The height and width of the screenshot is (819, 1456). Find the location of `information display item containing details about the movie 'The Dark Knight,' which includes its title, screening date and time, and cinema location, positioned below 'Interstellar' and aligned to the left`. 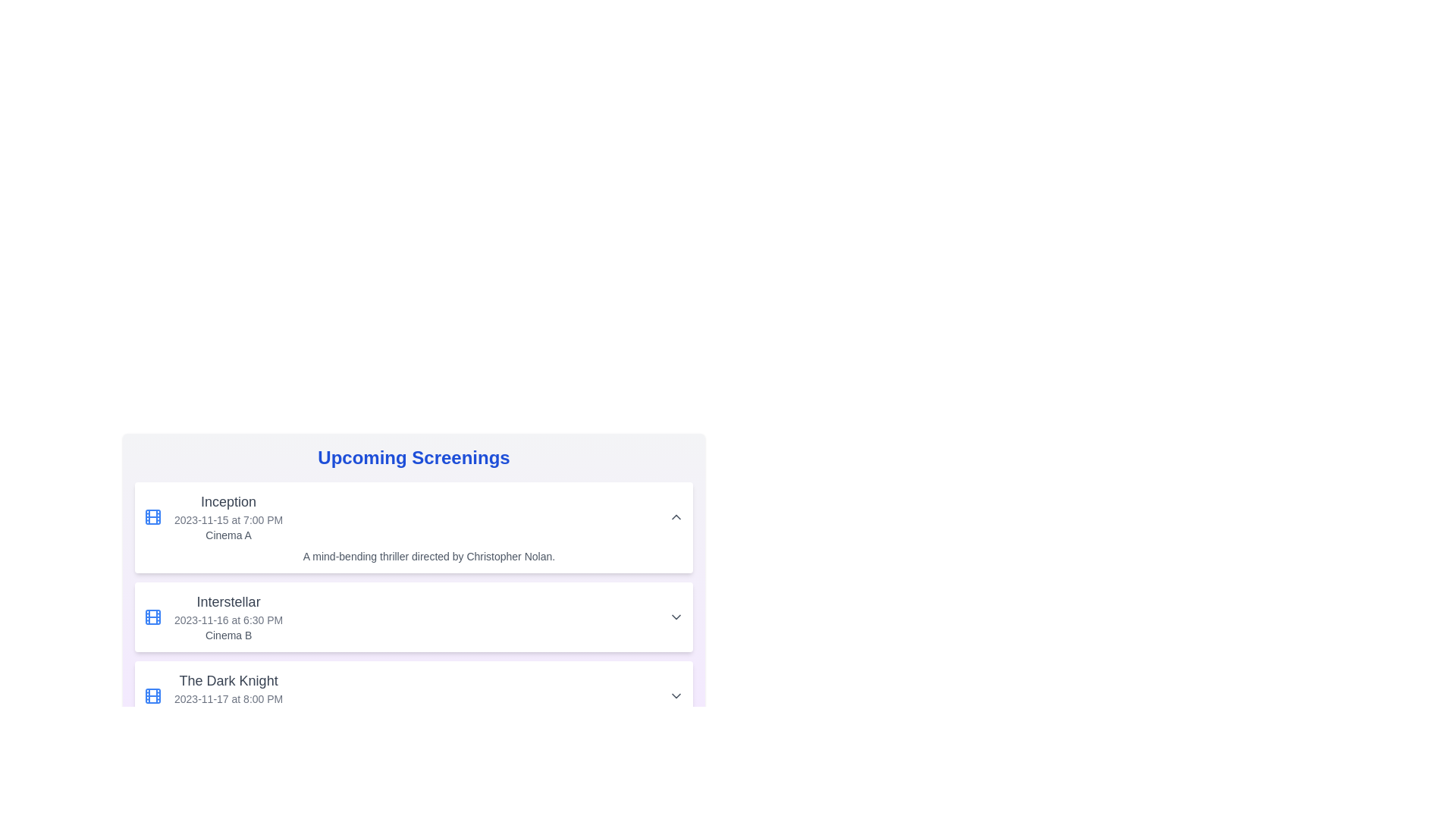

information display item containing details about the movie 'The Dark Knight,' which includes its title, screening date and time, and cinema location, positioned below 'Interstellar' and aligned to the left is located at coordinates (212, 696).